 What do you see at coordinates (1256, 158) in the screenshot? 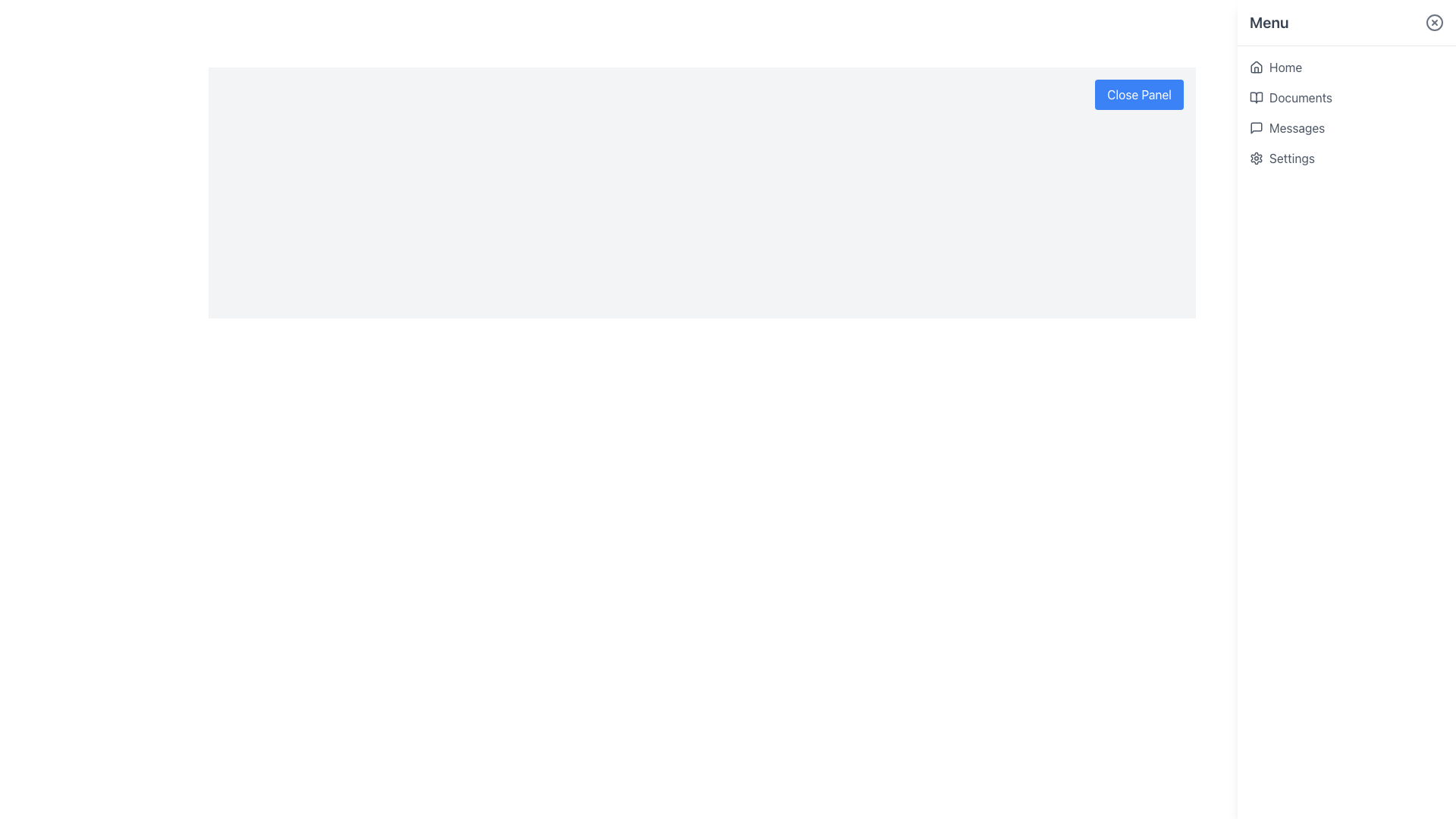
I see `the gear icon next to the 'Settings' label` at bounding box center [1256, 158].